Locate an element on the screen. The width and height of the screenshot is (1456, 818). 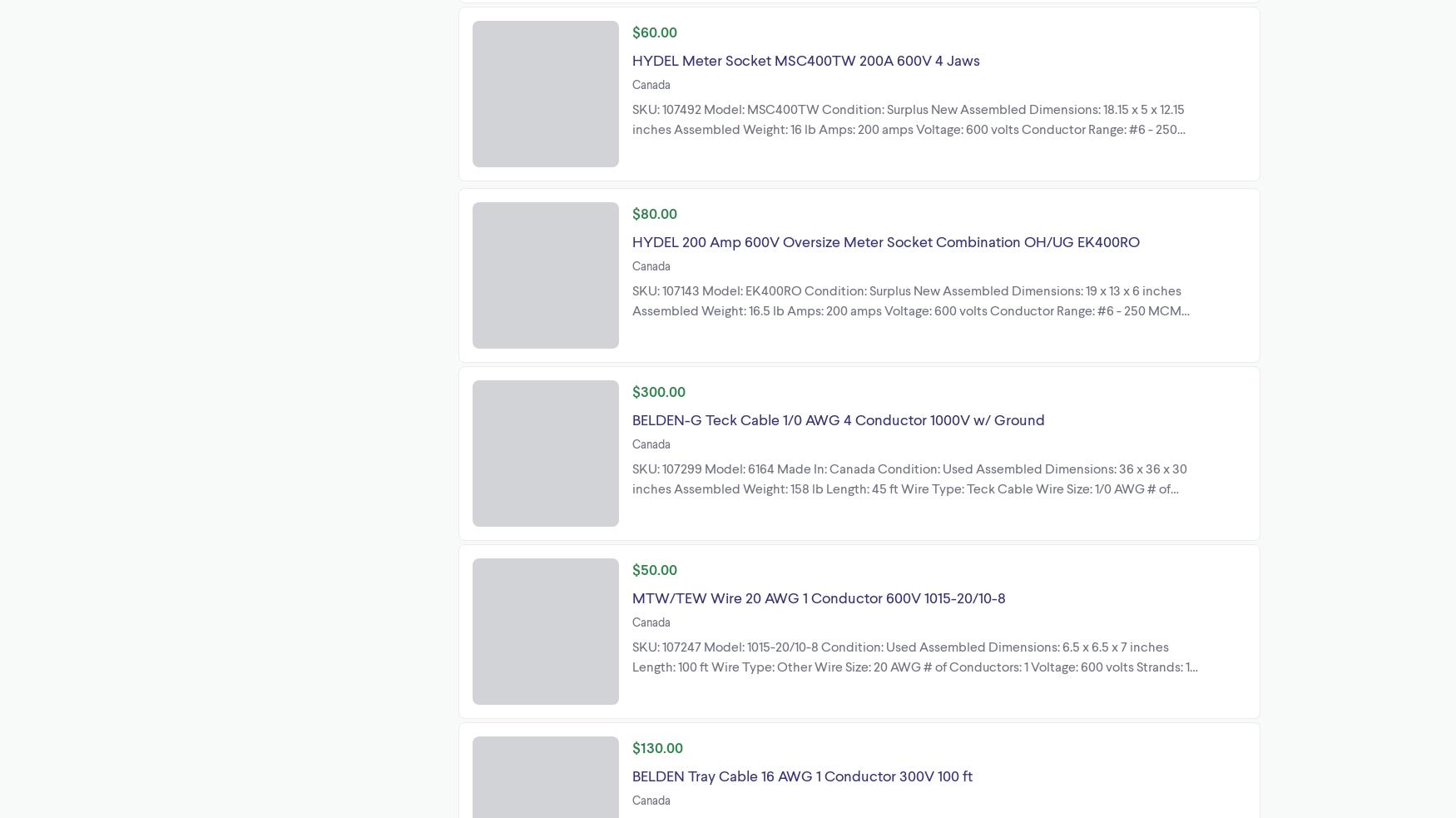
'$60.00' is located at coordinates (653, 29).